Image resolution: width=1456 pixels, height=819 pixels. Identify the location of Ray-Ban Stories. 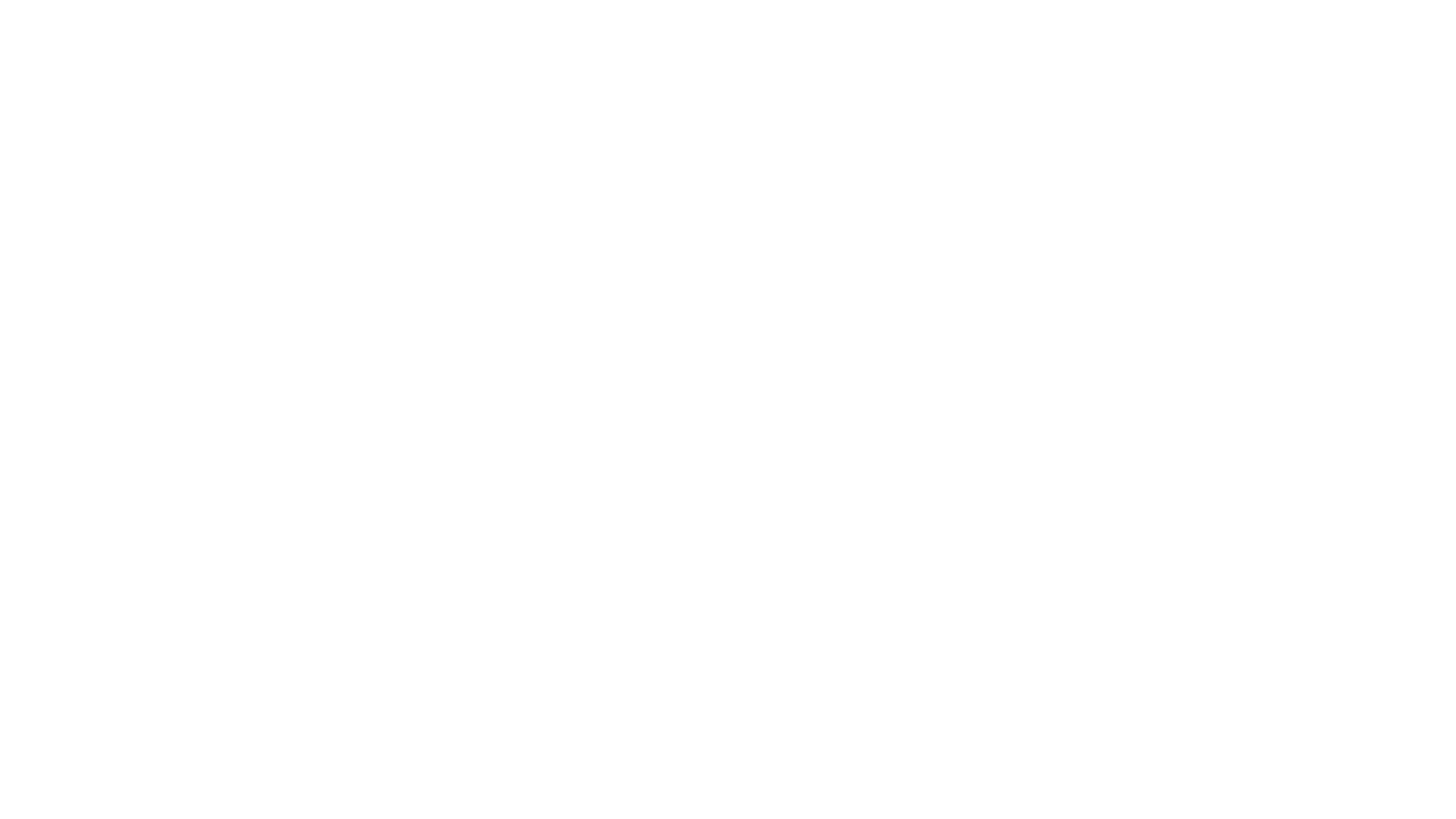
(820, 54).